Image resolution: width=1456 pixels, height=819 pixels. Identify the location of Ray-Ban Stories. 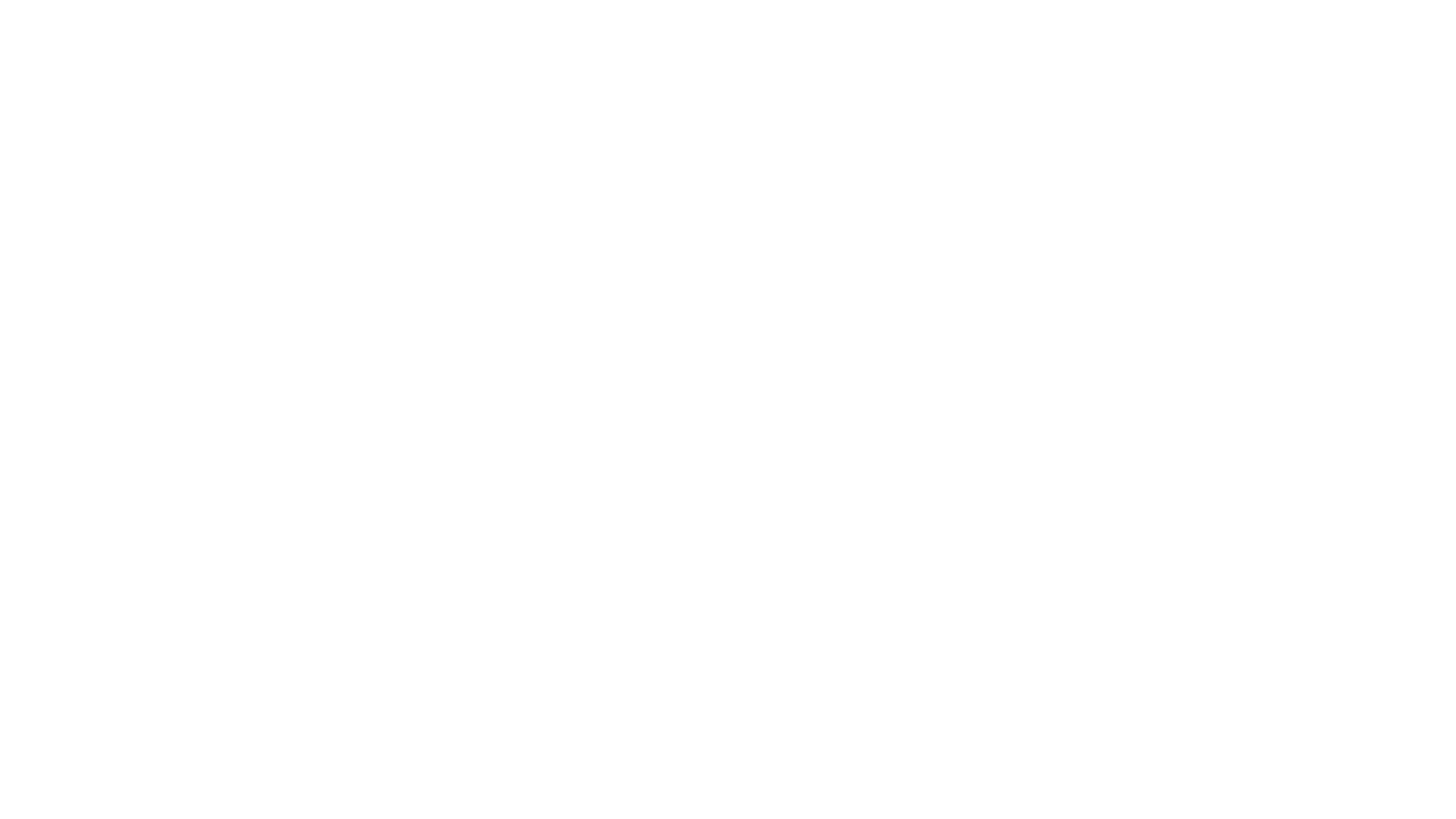
(820, 54).